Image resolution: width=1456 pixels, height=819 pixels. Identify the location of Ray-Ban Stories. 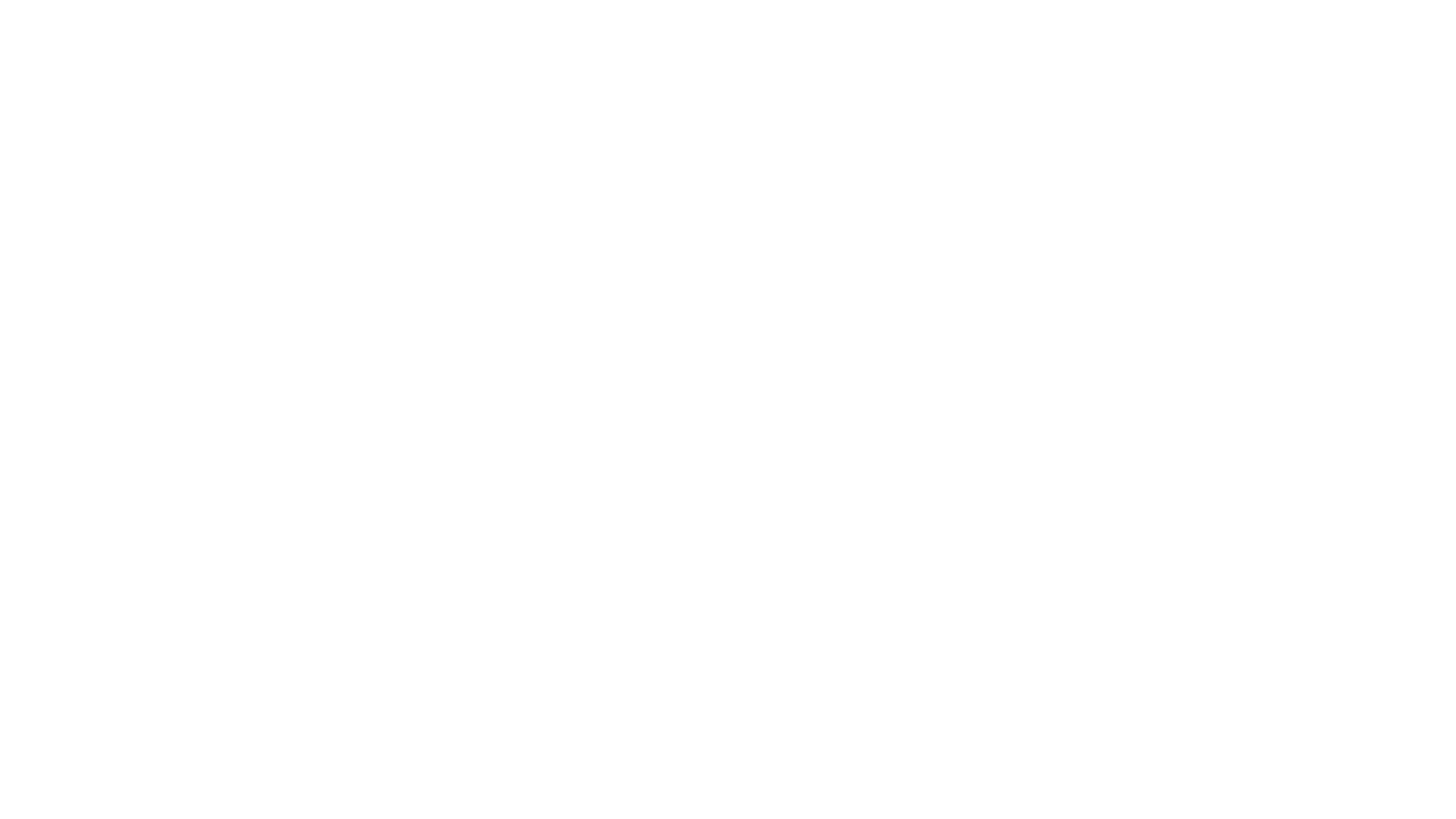
(820, 54).